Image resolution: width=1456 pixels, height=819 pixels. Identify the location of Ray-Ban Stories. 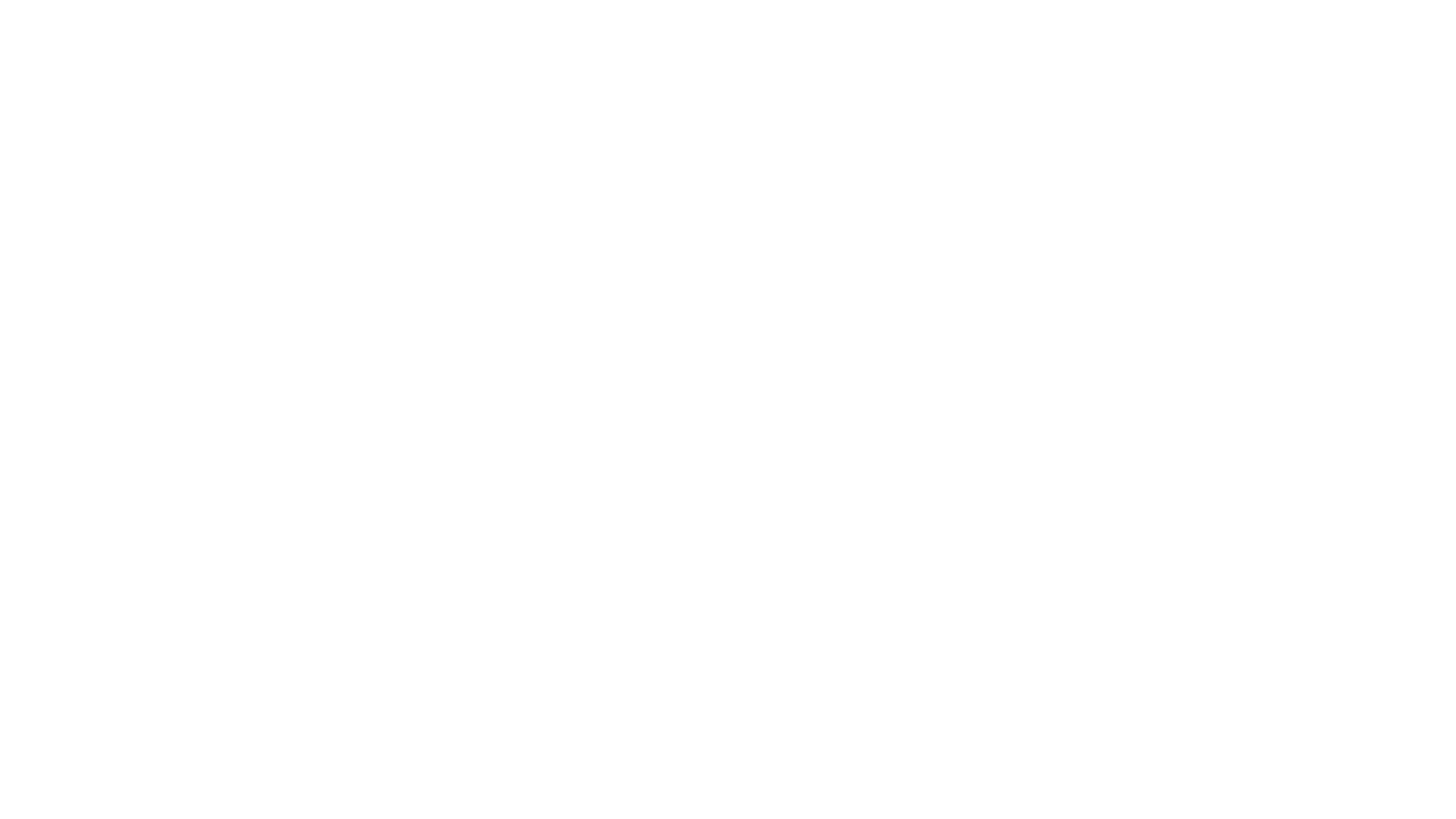
(820, 54).